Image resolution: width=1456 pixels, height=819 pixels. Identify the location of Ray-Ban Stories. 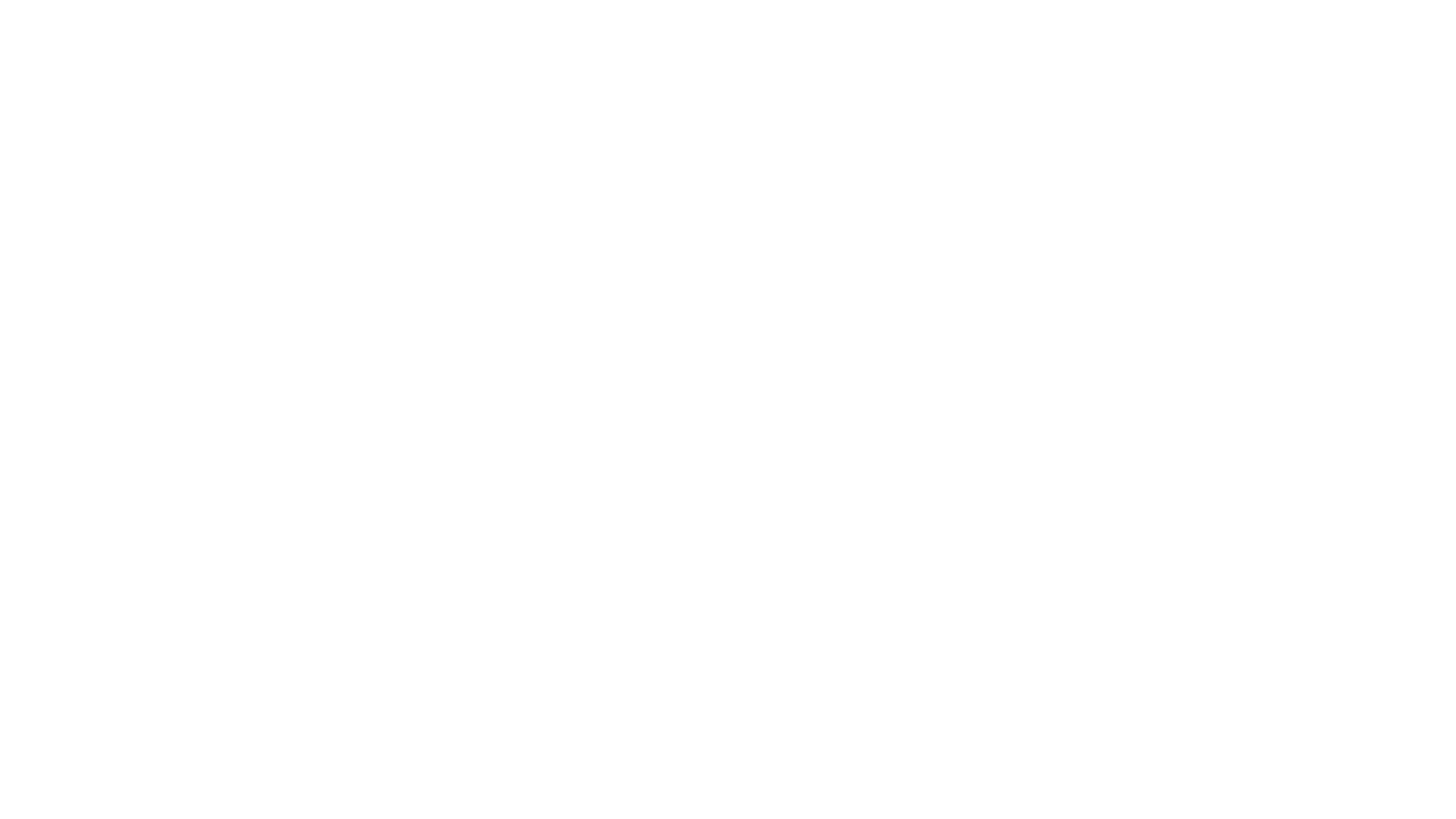
(820, 54).